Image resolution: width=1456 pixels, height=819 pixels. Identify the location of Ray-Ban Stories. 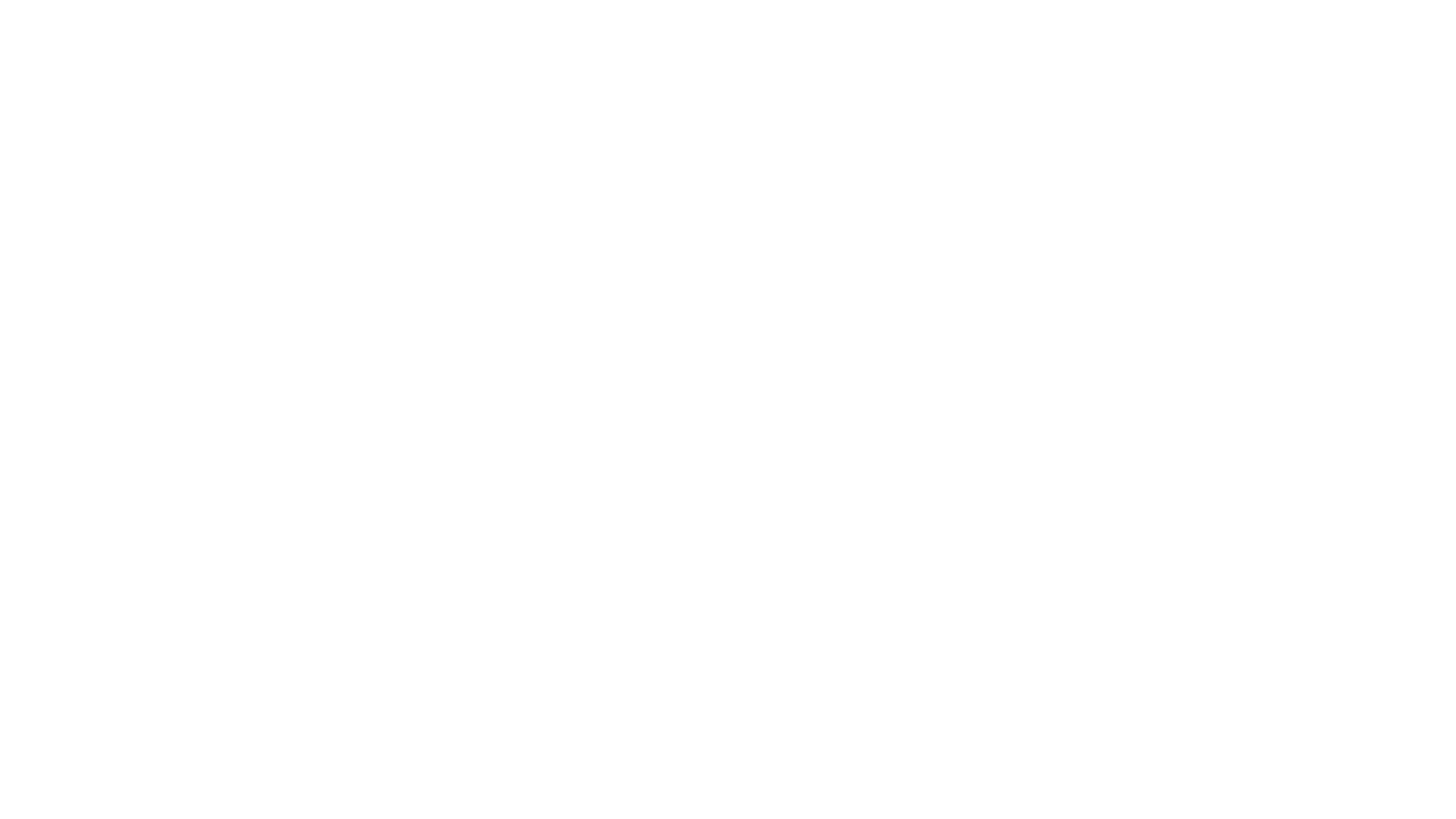
(820, 54).